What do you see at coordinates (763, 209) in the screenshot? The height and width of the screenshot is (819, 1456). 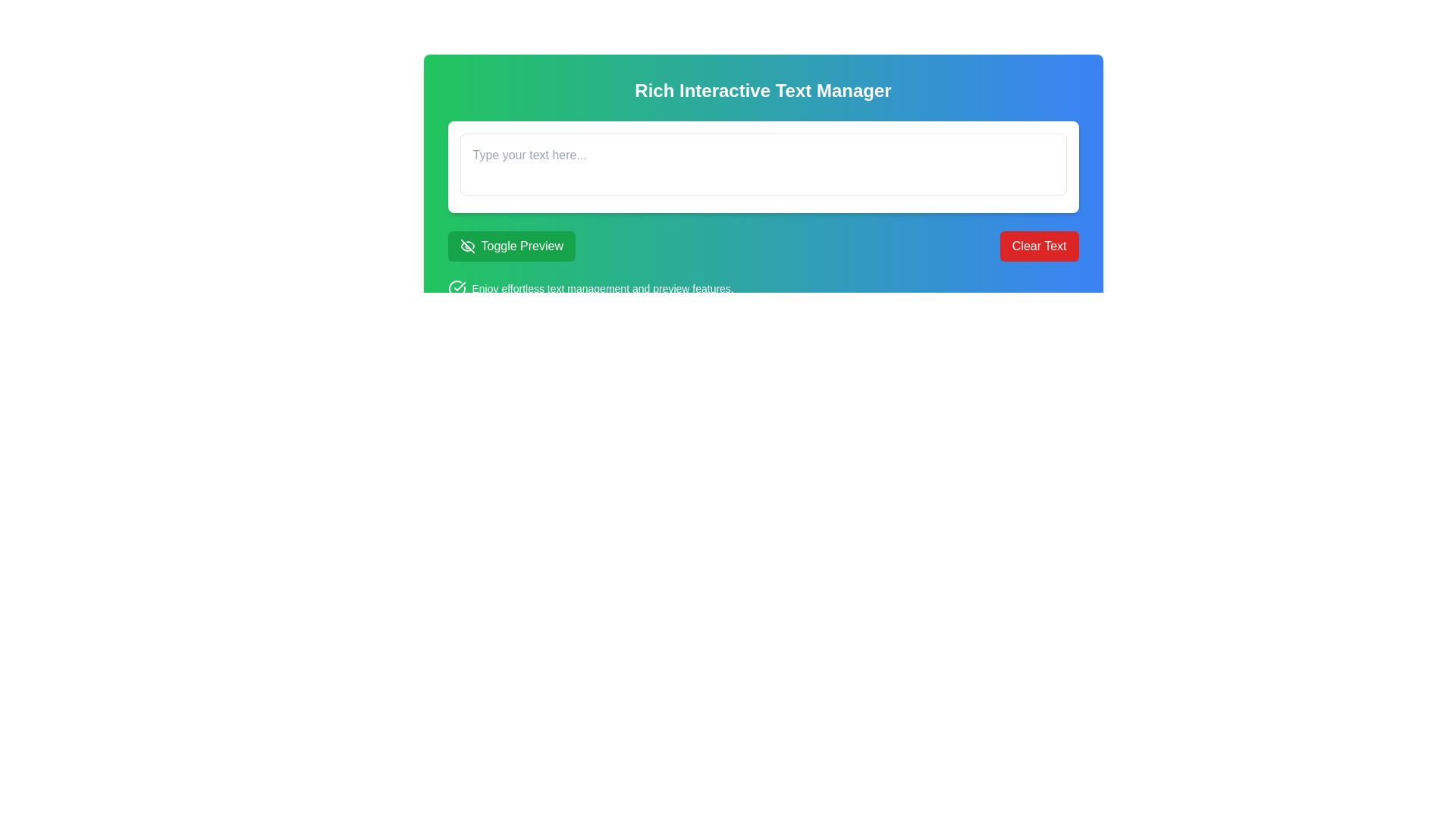 I see `the Text Input Field located beneath the 'Rich Interactive Text Manager' header` at bounding box center [763, 209].